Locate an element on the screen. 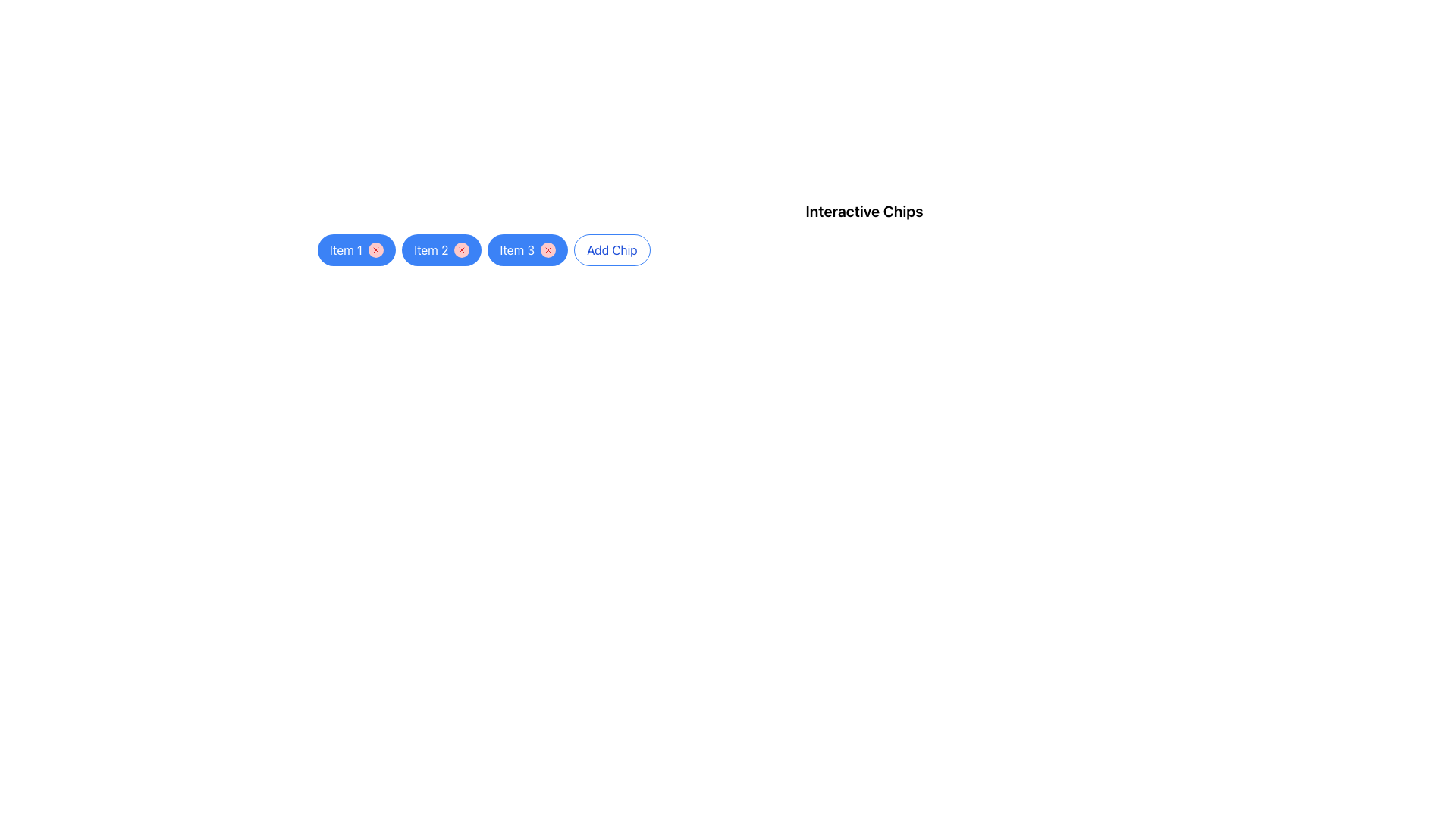 This screenshot has width=1456, height=819. the delete button associated with the 'Item 2' chip to interact with it is located at coordinates (461, 249).